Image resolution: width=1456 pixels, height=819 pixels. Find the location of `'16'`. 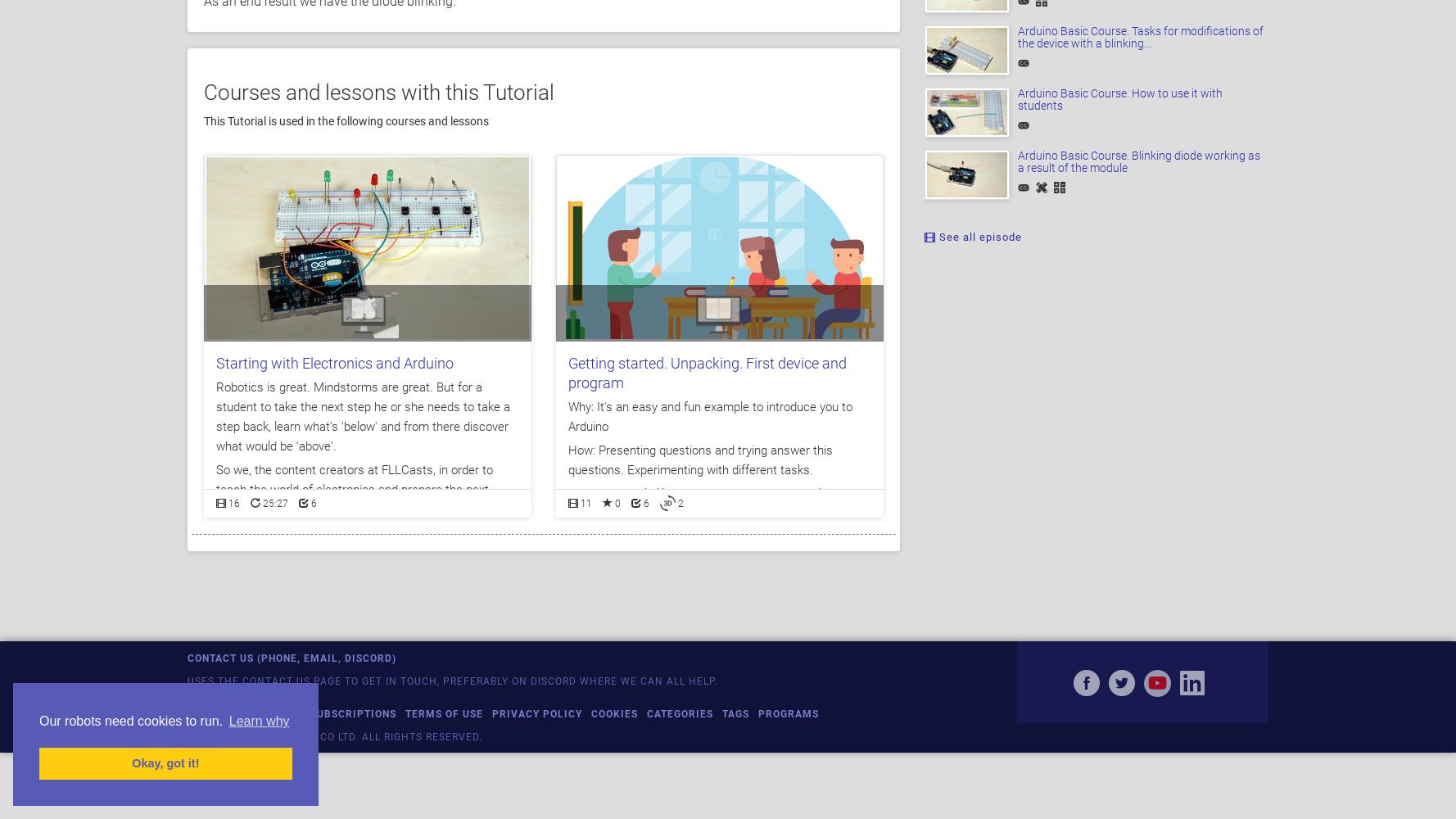

'16' is located at coordinates (233, 502).